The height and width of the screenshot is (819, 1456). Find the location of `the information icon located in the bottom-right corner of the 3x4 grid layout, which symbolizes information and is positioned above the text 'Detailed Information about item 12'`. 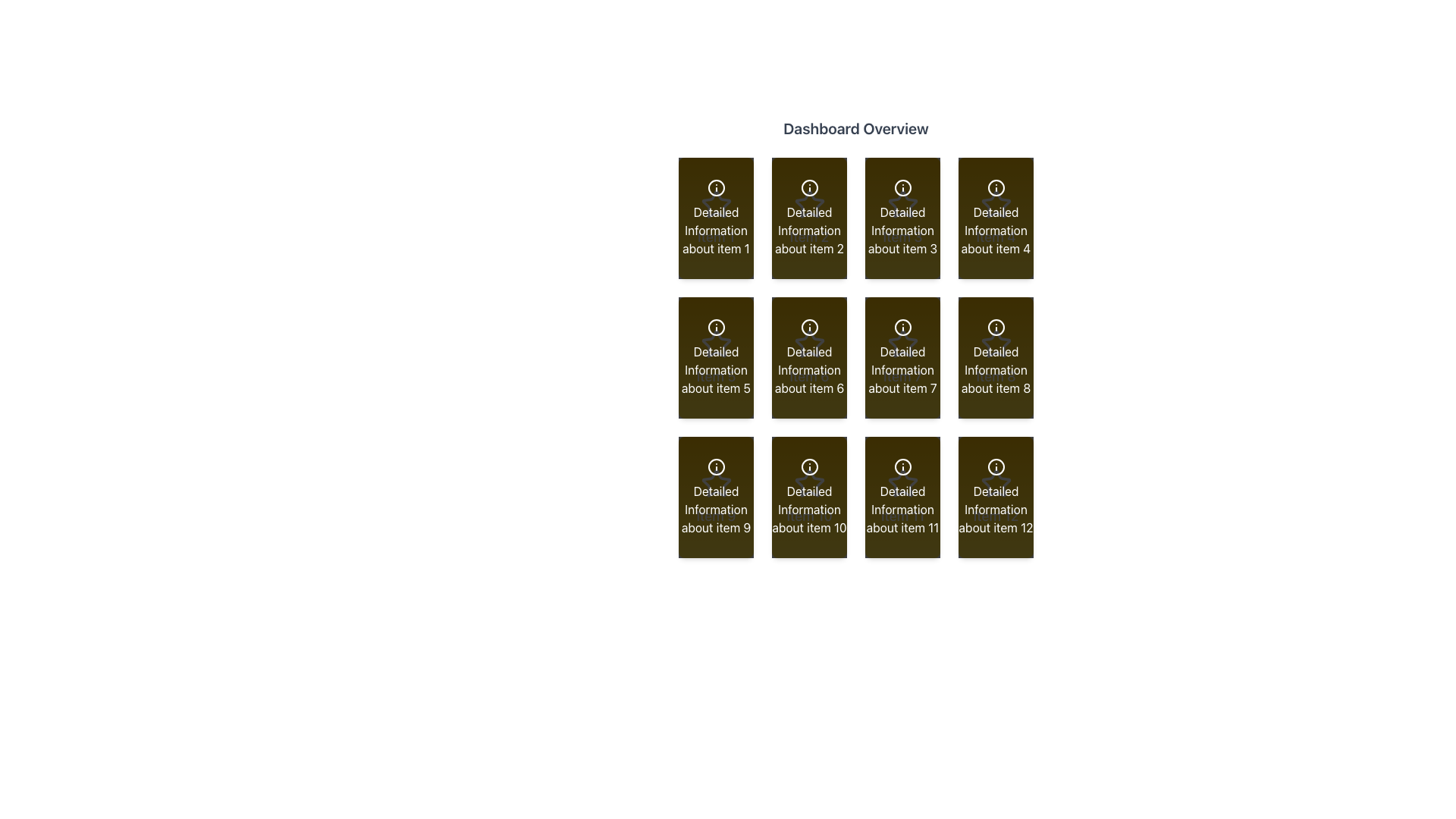

the information icon located in the bottom-right corner of the 3x4 grid layout, which symbolizes information and is positioned above the text 'Detailed Information about item 12' is located at coordinates (996, 466).